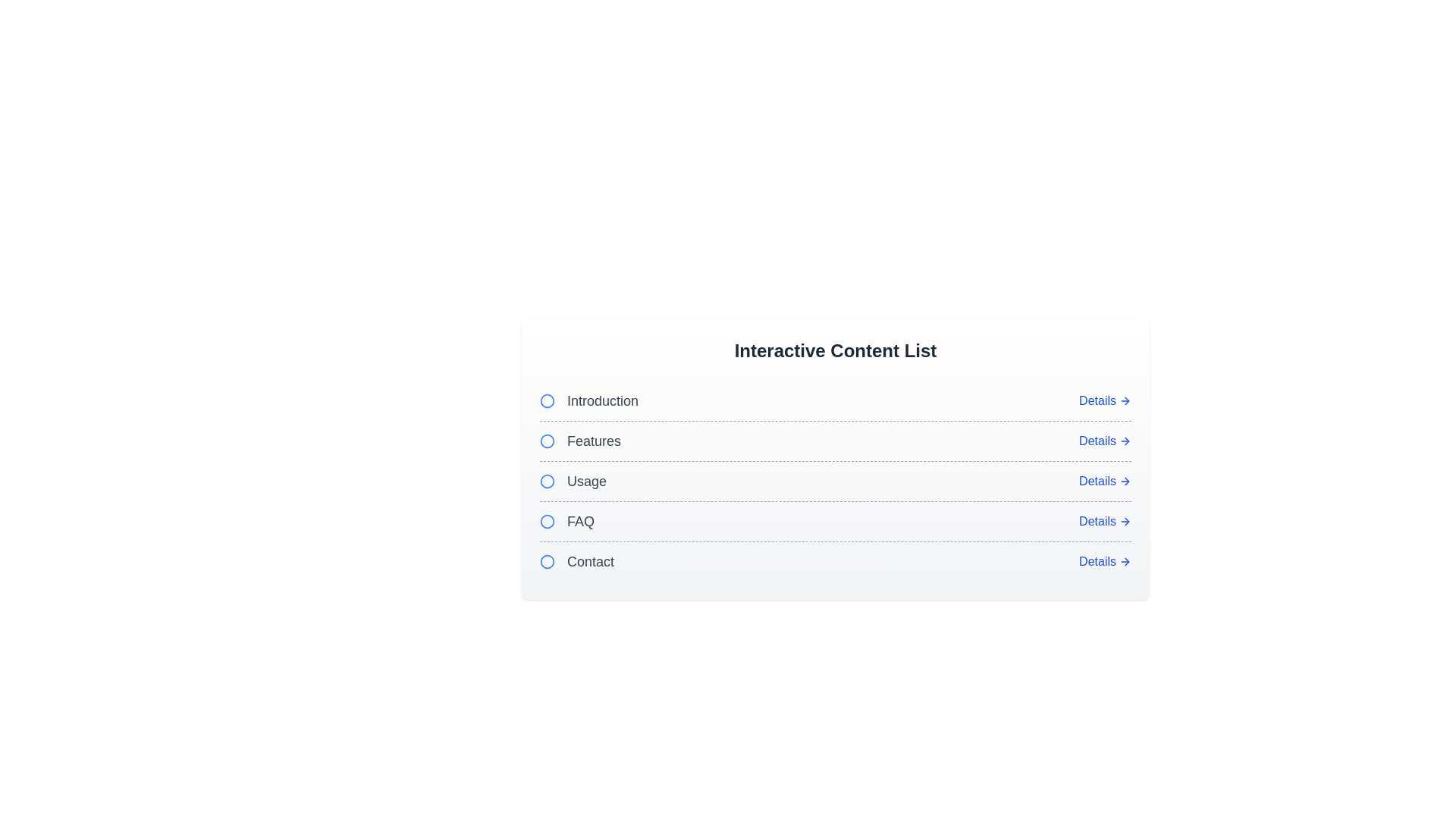  I want to click on text label displaying 'Features' which is styled in medium gray font and positioned to the right of a blue circular icon in the Interactive Content List, so click(593, 441).